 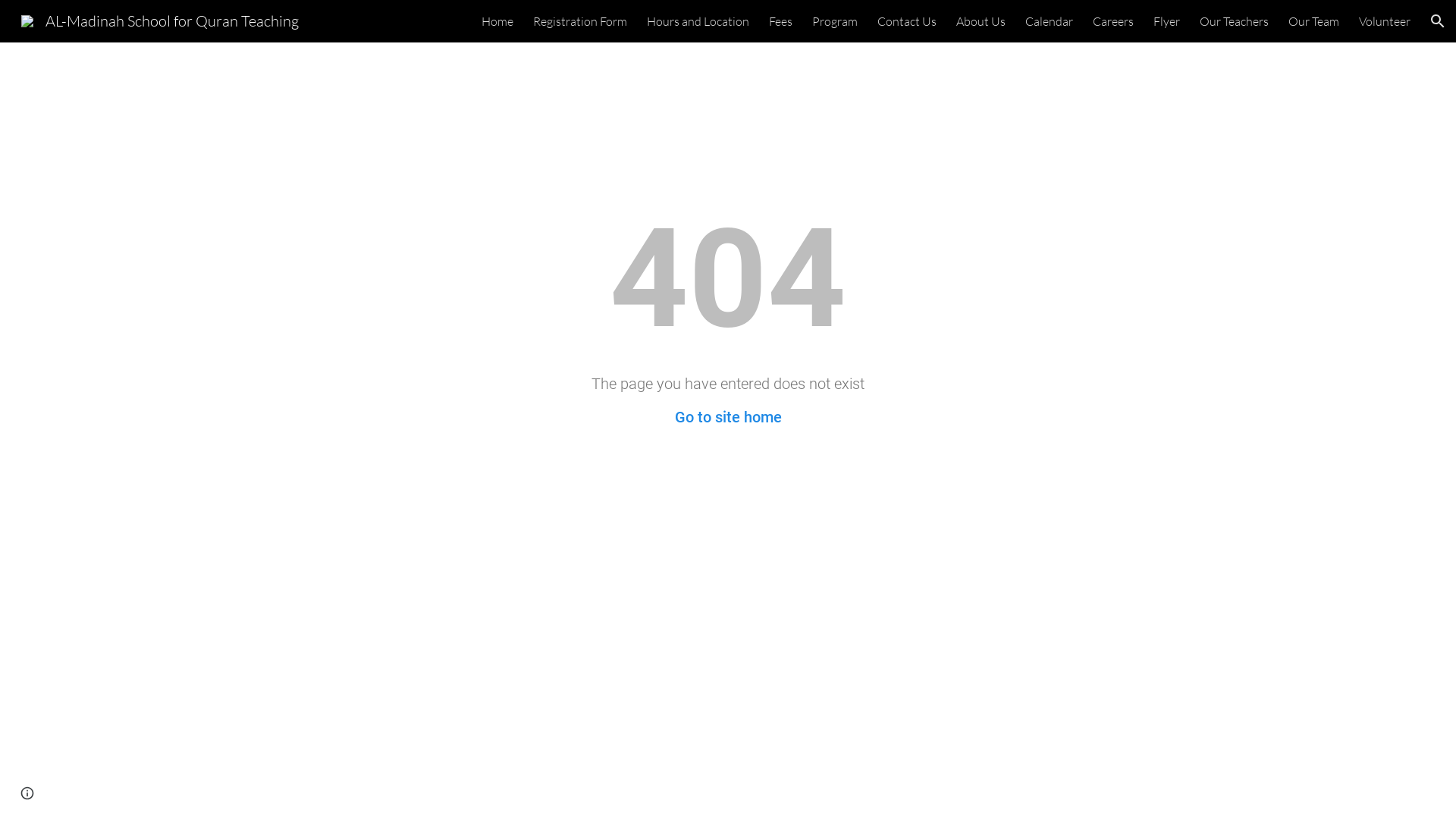 What do you see at coordinates (160, 19) in the screenshot?
I see `'AL-Madinah School for Quran Teaching'` at bounding box center [160, 19].